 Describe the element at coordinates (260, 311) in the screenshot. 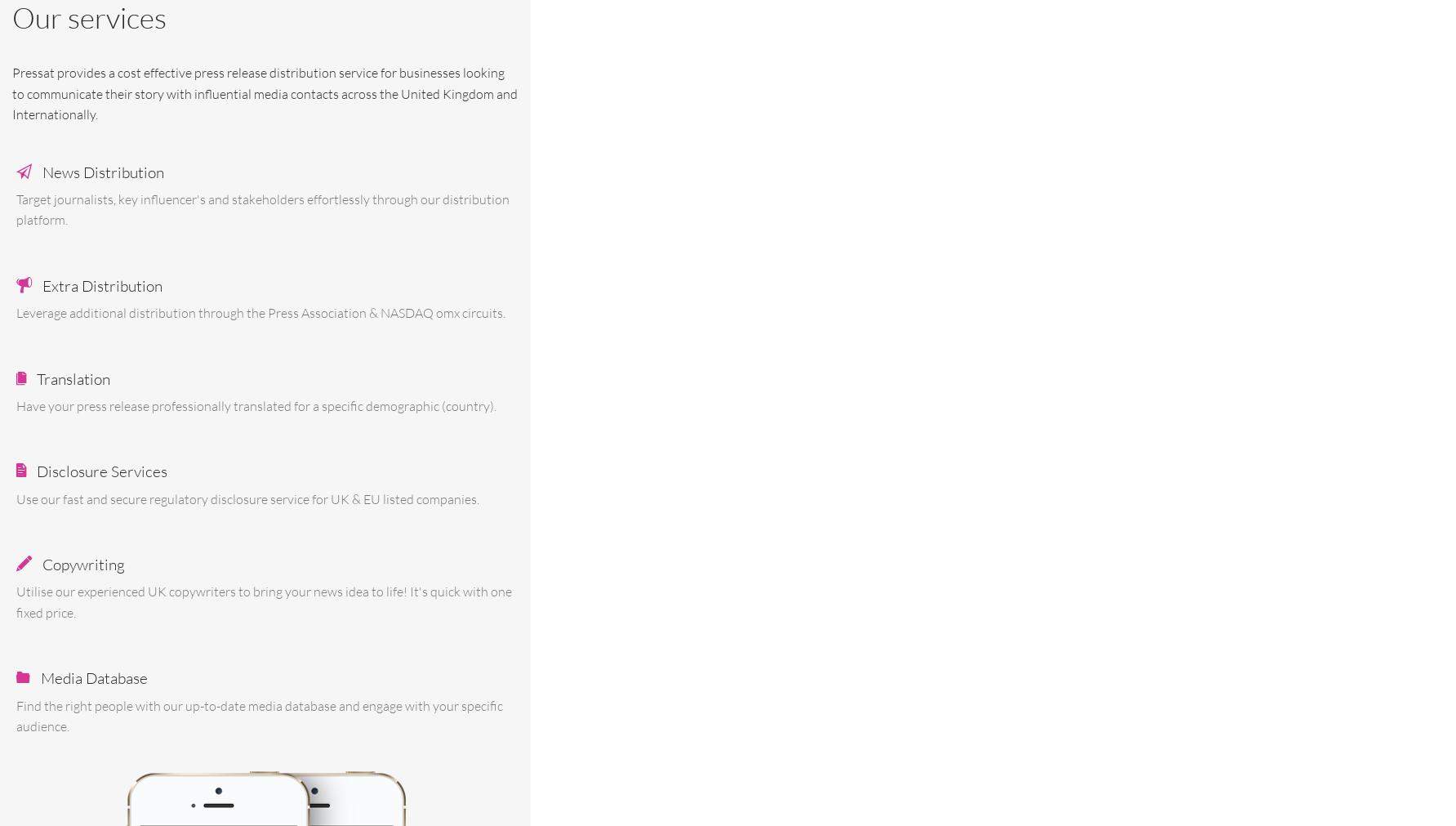

I see `'Leverage additional distribution through the Press Association & NASDAQ omx circuits.'` at that location.